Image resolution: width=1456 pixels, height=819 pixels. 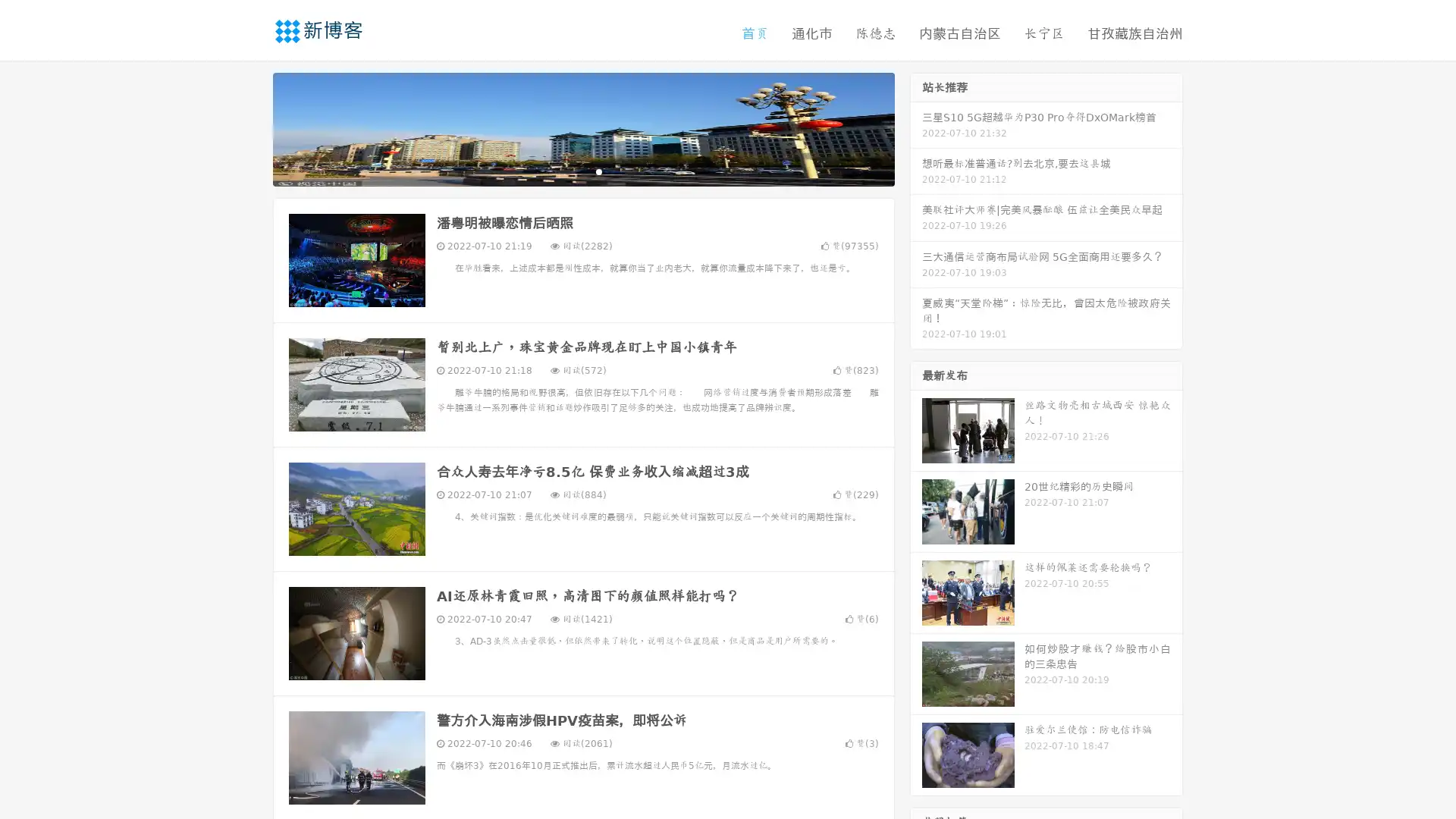 What do you see at coordinates (567, 171) in the screenshot?
I see `Go to slide 1` at bounding box center [567, 171].